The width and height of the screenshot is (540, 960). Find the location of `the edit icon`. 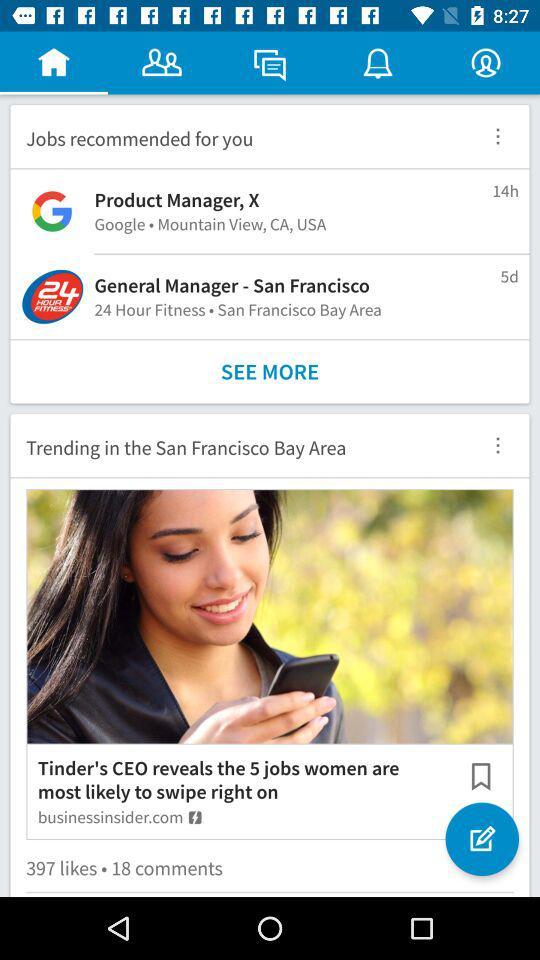

the edit icon is located at coordinates (481, 839).